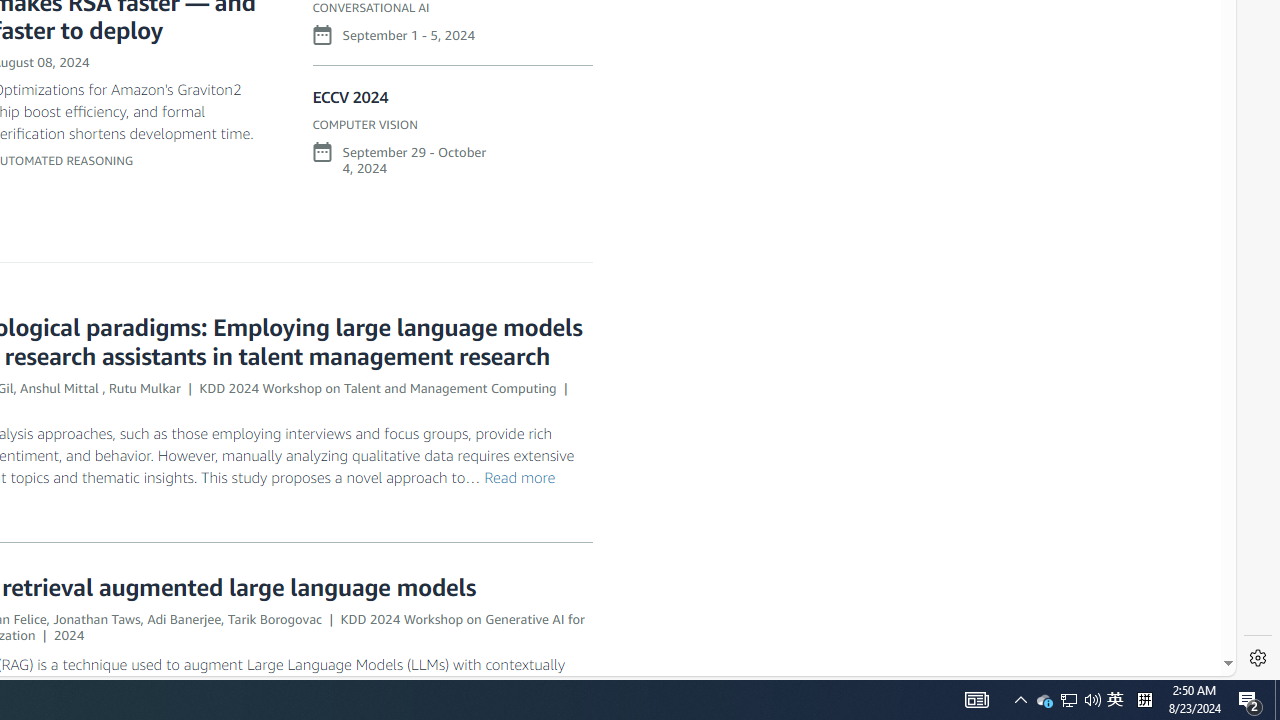 The image size is (1280, 720). I want to click on 'ECCV 2024', so click(350, 97).